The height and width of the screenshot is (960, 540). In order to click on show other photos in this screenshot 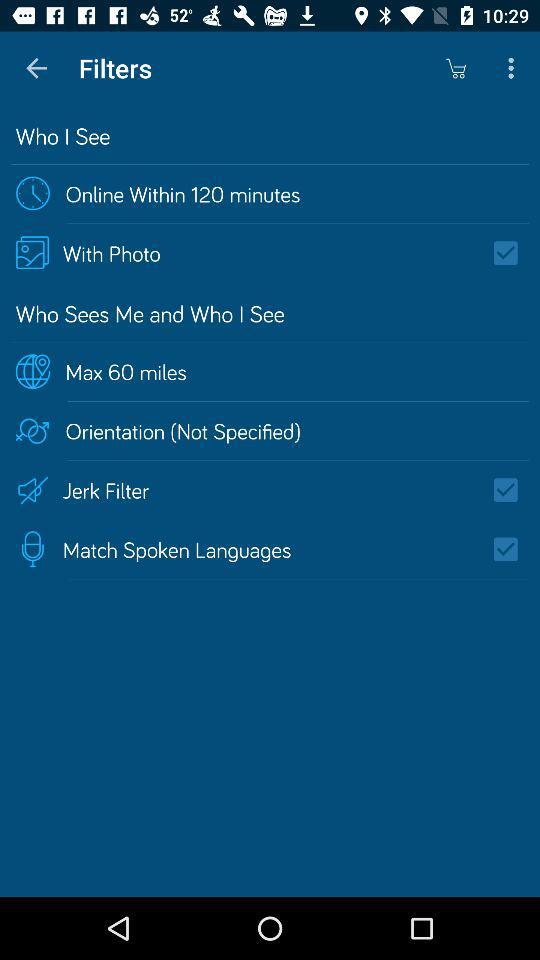, I will do `click(512, 252)`.